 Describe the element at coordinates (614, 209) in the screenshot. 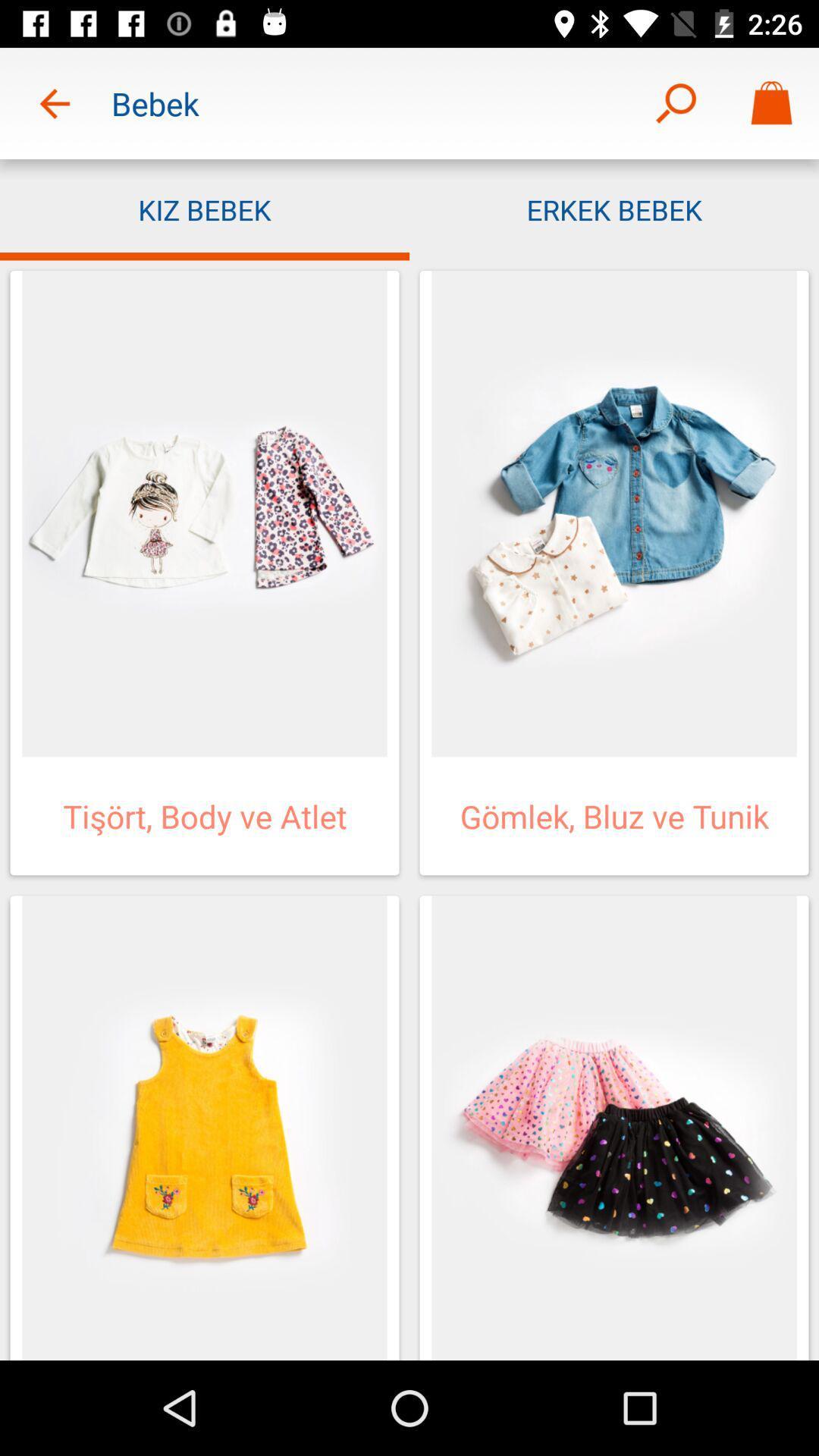

I see `the erkek bebek icon` at that location.